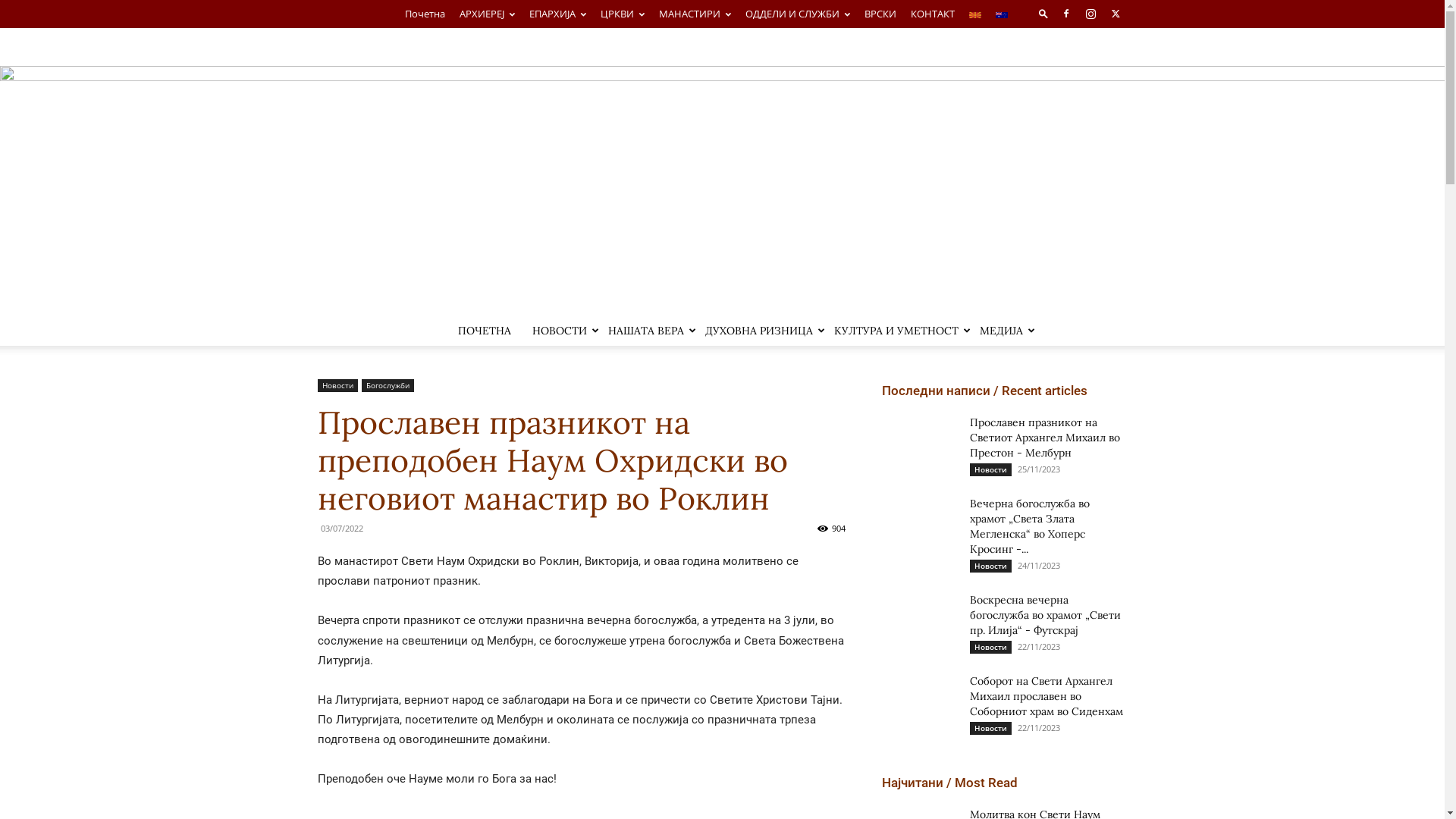 This screenshot has width=1456, height=819. What do you see at coordinates (1084, 70) in the screenshot?
I see `'Search'` at bounding box center [1084, 70].